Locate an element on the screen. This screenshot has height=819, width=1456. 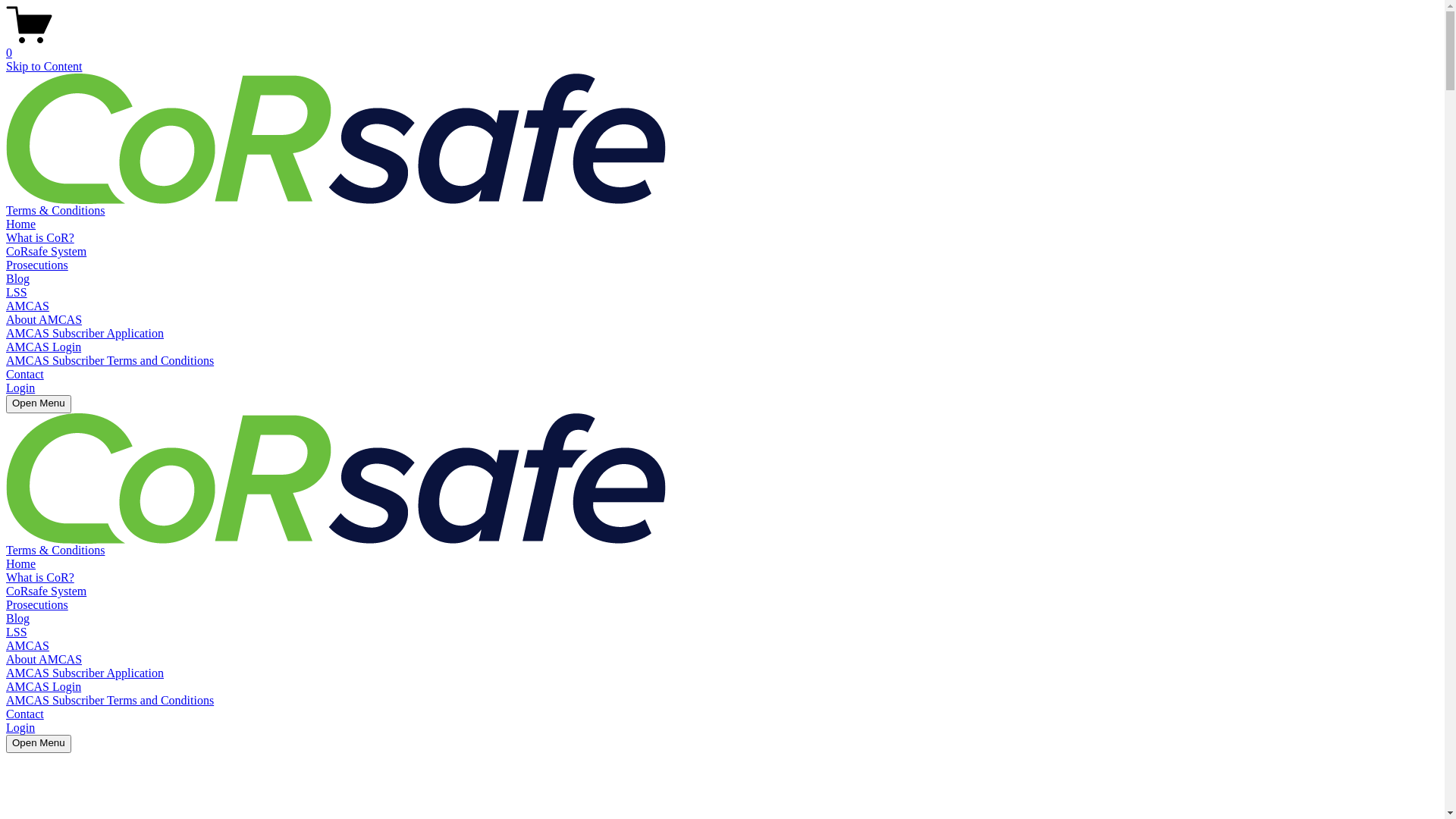
'AMCAS' is located at coordinates (27, 645).